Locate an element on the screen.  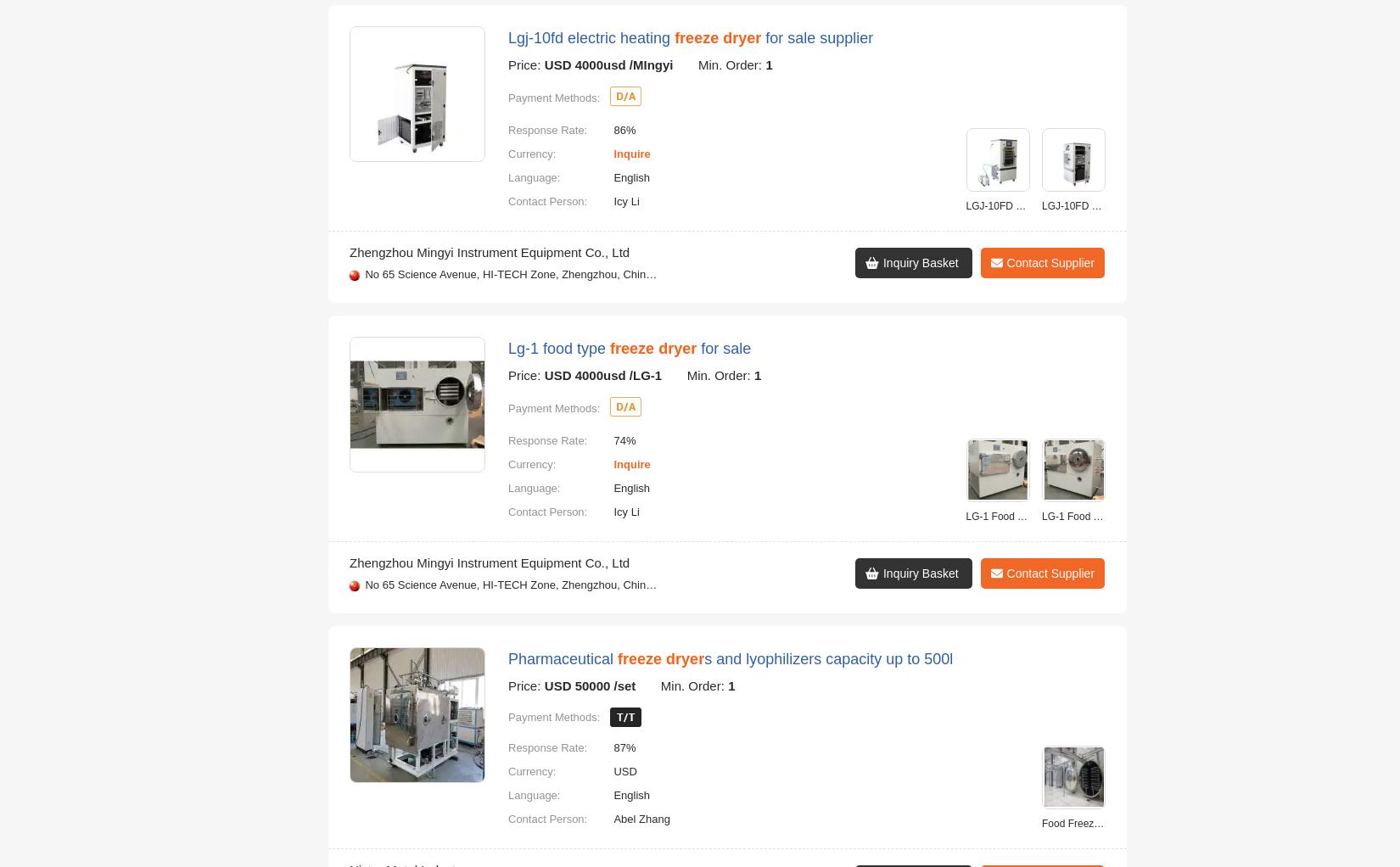
'Post a Sourcing Request Now' is located at coordinates (592, 820).